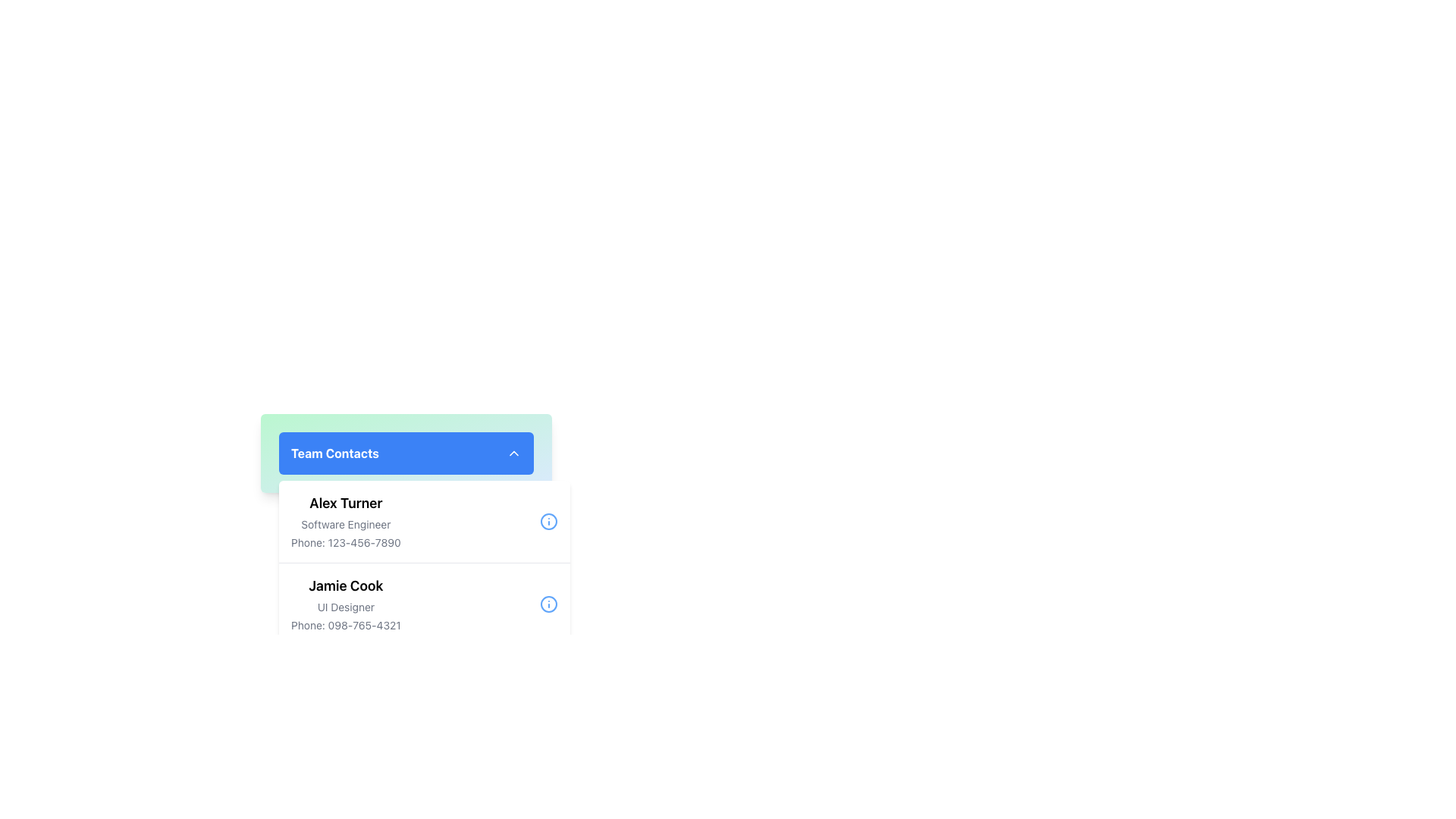 Image resolution: width=1456 pixels, height=819 pixels. Describe the element at coordinates (513, 452) in the screenshot. I see `the upward-facing chevron icon, which is white on a blue background, located at the far right of the 'Team Contacts' header` at that location.